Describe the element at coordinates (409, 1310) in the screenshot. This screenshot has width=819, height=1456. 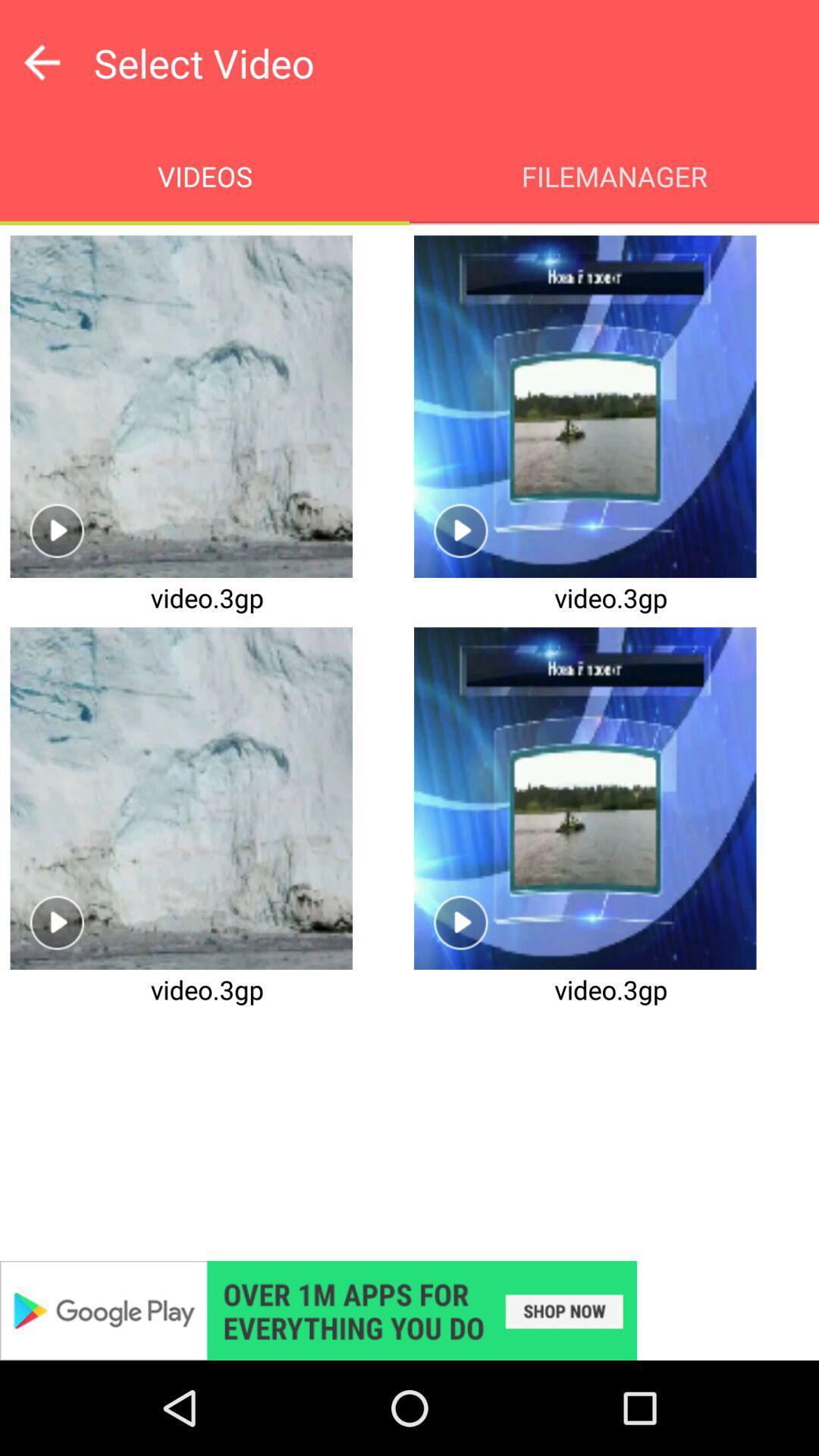
I see `the google play store` at that location.